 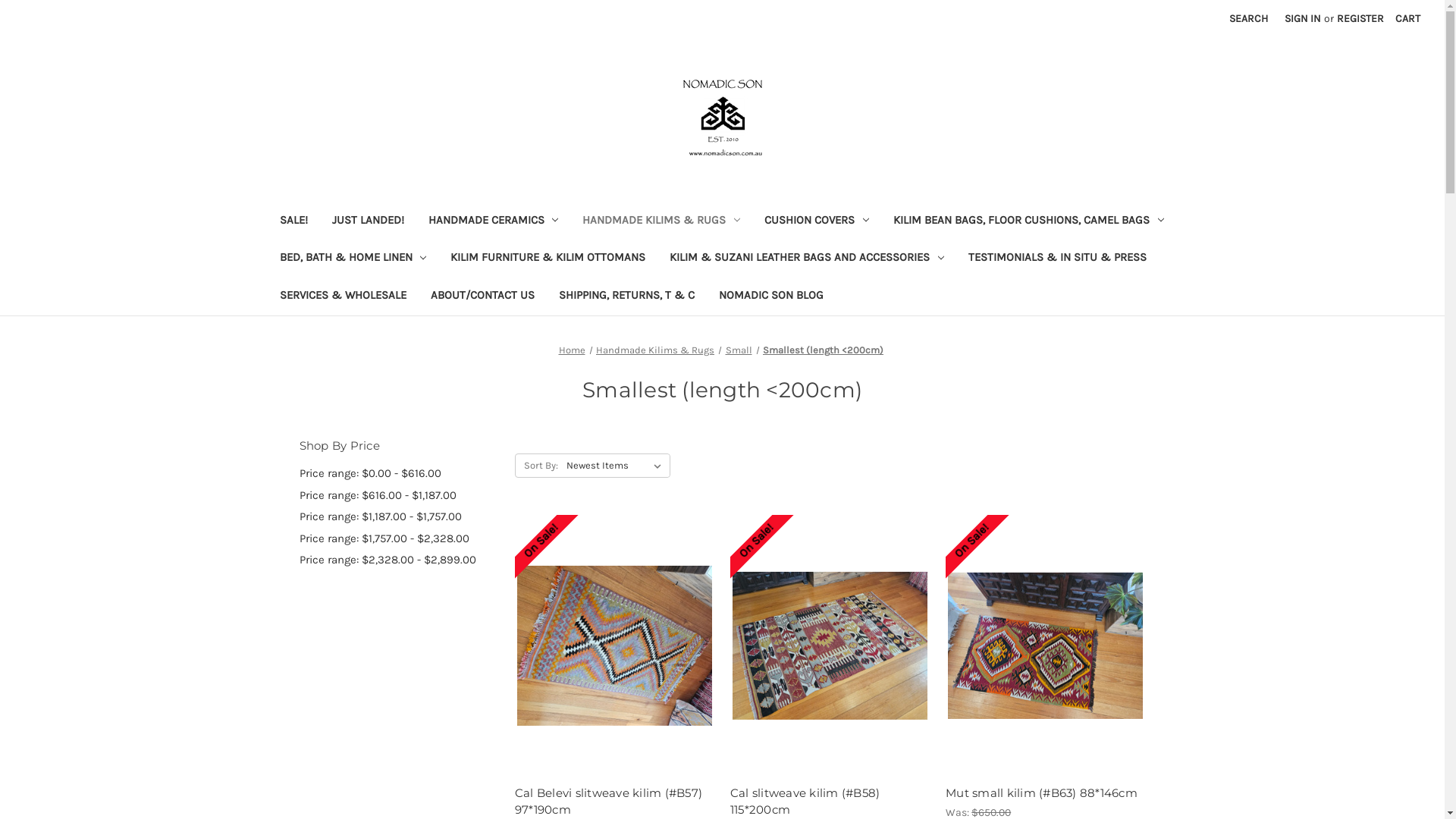 What do you see at coordinates (806, 258) in the screenshot?
I see `'KILIM & SUZANI LEATHER BAGS AND ACCESSORIES'` at bounding box center [806, 258].